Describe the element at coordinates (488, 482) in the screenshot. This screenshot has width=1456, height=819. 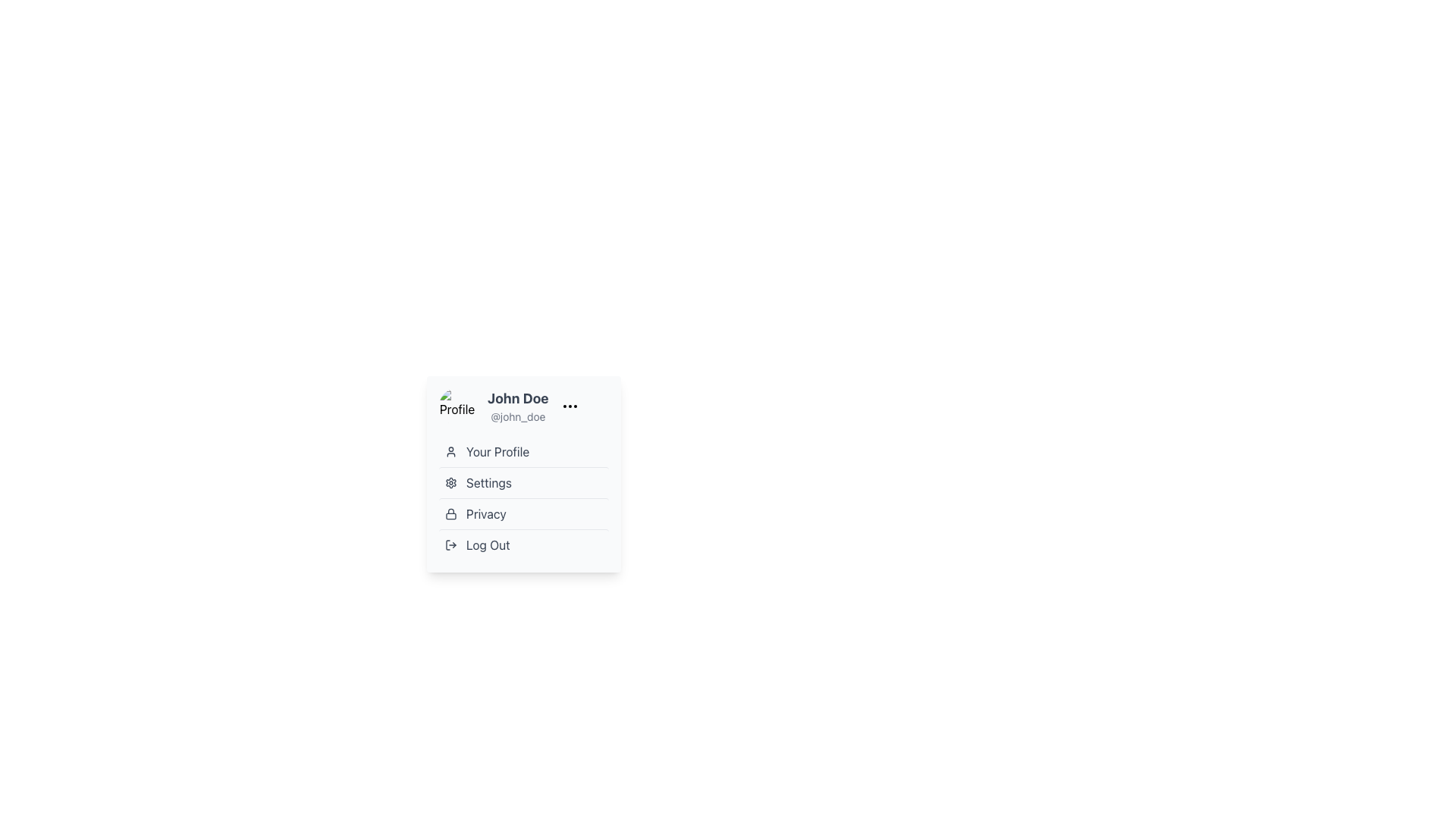
I see `the settings label located in the dropdown menu under the user profile section` at that location.